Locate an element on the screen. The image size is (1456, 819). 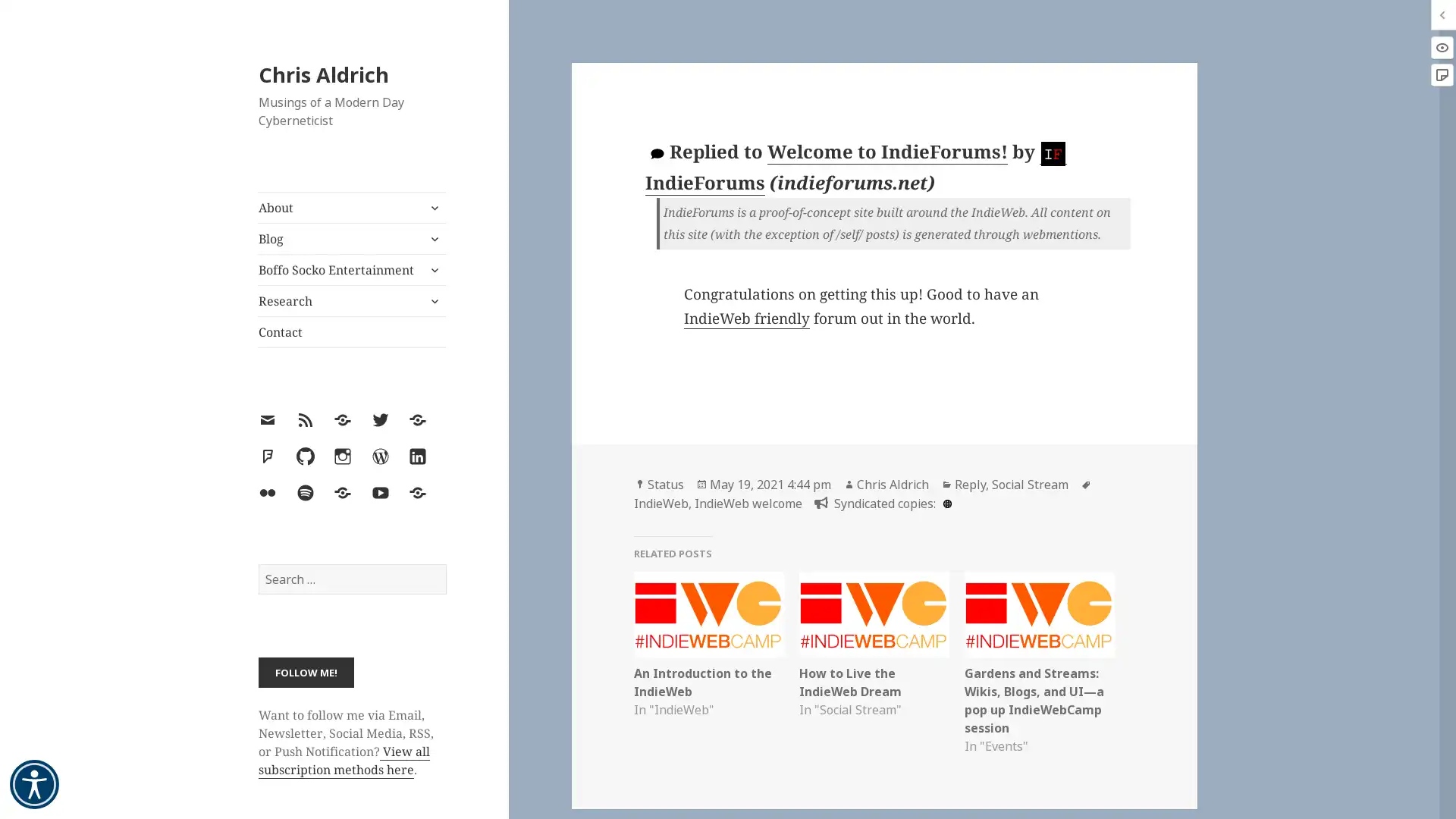
expand child menu is located at coordinates (432, 268).